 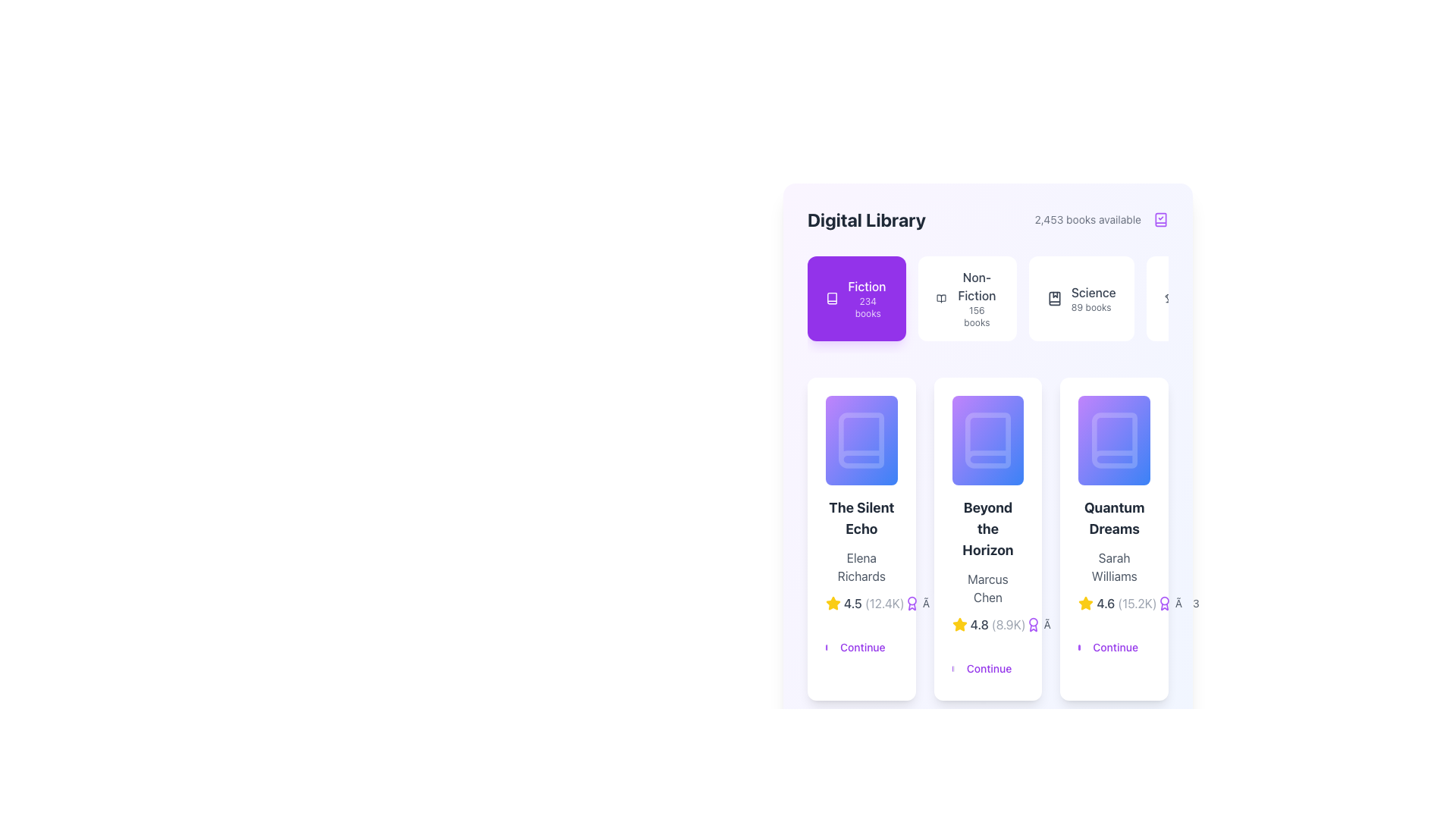 What do you see at coordinates (861, 512) in the screenshot?
I see `the Progress Indicator Bar that displays '65% complete'` at bounding box center [861, 512].